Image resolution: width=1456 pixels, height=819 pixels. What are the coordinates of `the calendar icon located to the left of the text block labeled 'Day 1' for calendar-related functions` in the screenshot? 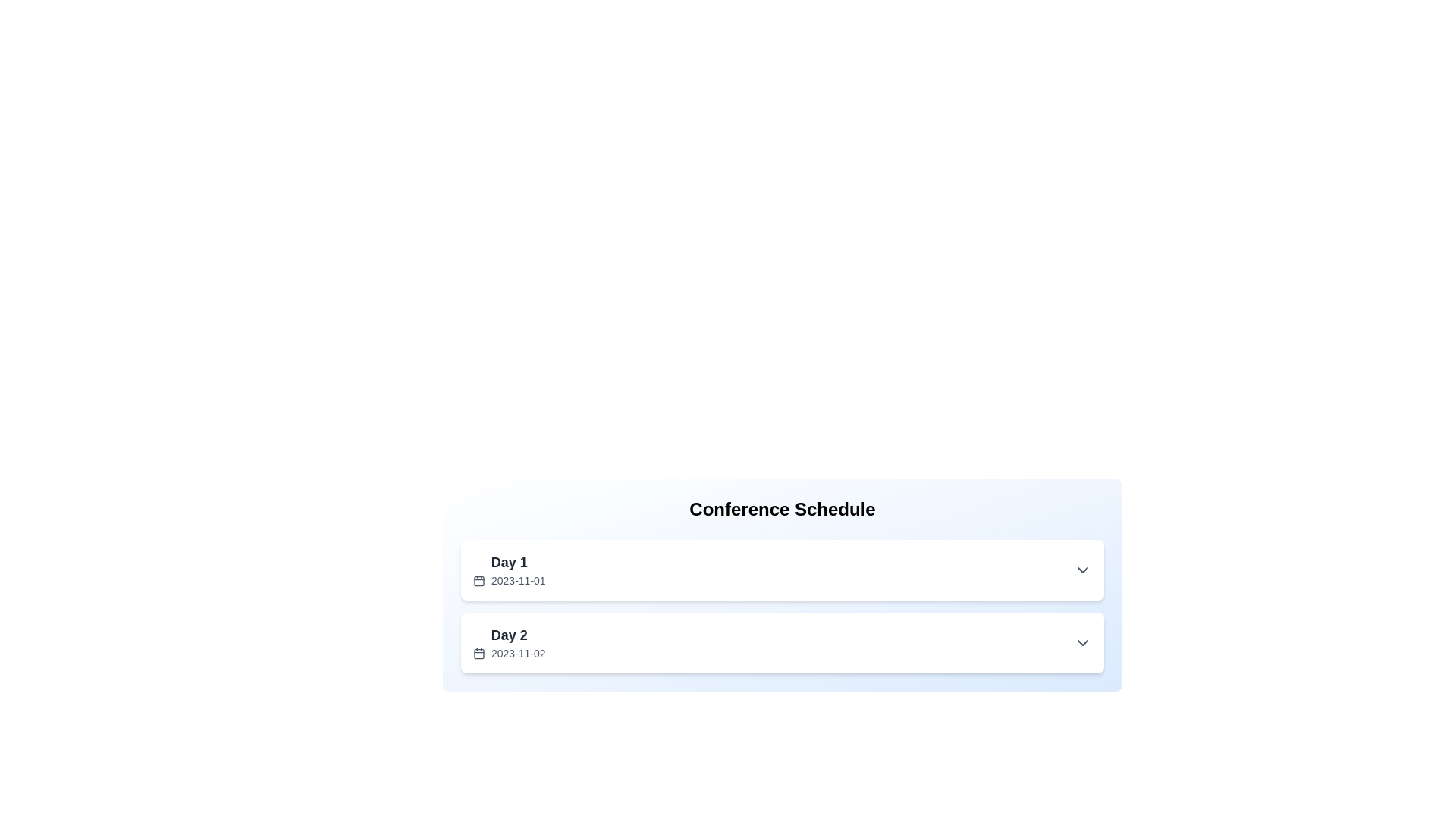 It's located at (509, 570).